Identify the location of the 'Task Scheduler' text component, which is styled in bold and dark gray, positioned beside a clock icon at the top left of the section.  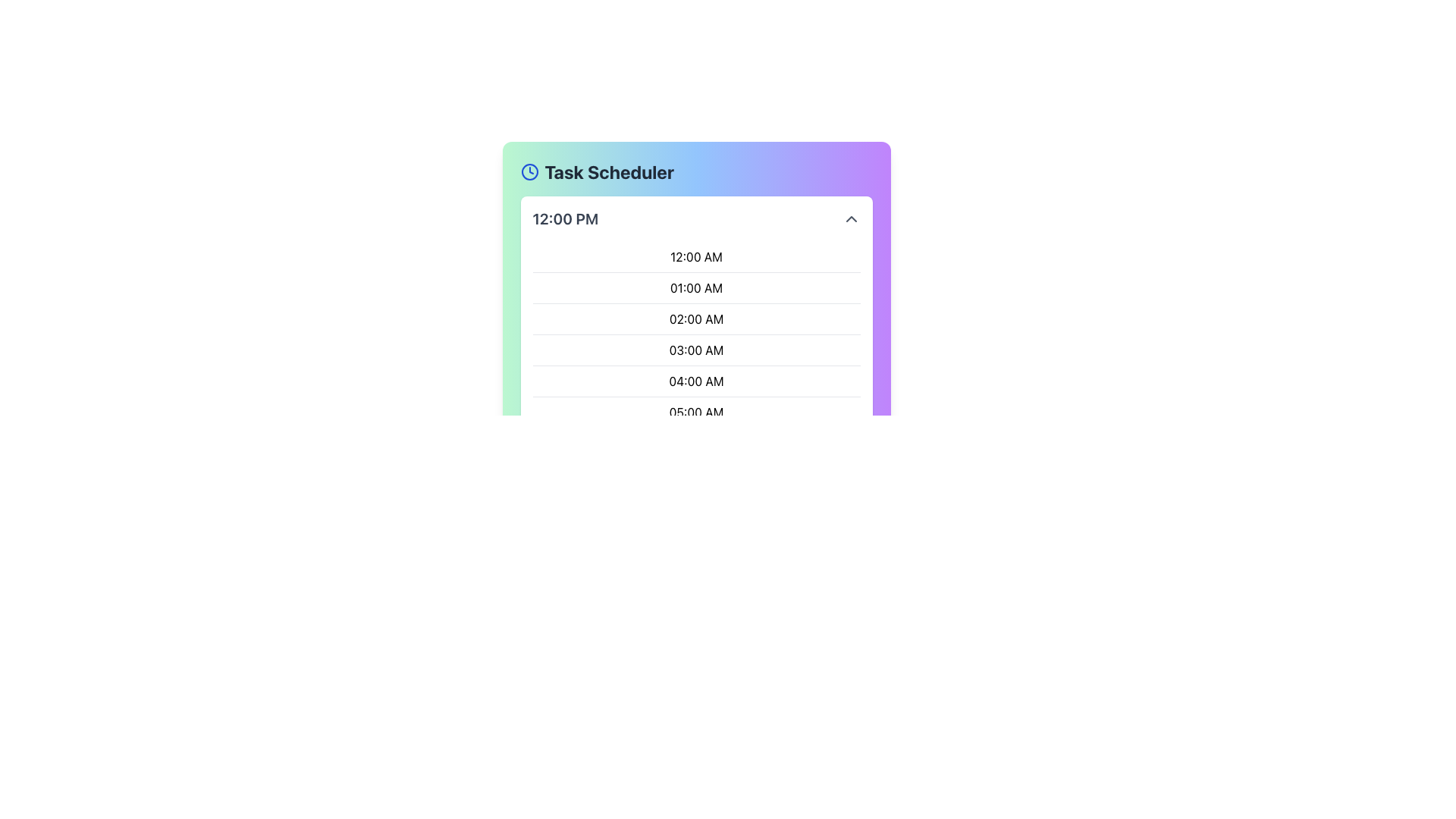
(609, 171).